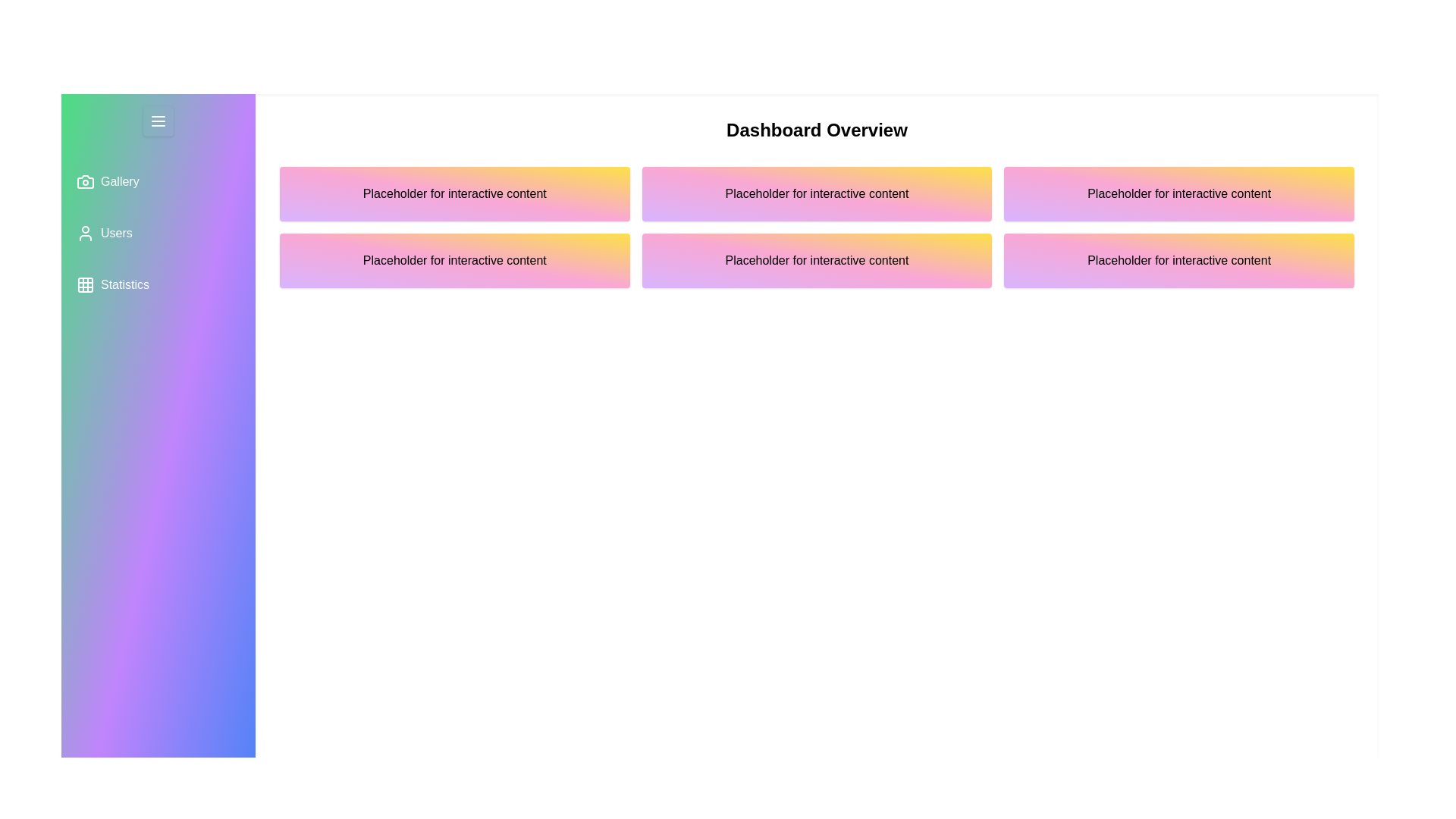 This screenshot has height=819, width=1456. What do you see at coordinates (158, 284) in the screenshot?
I see `the menu item labeled Statistics to observe its hover effect` at bounding box center [158, 284].